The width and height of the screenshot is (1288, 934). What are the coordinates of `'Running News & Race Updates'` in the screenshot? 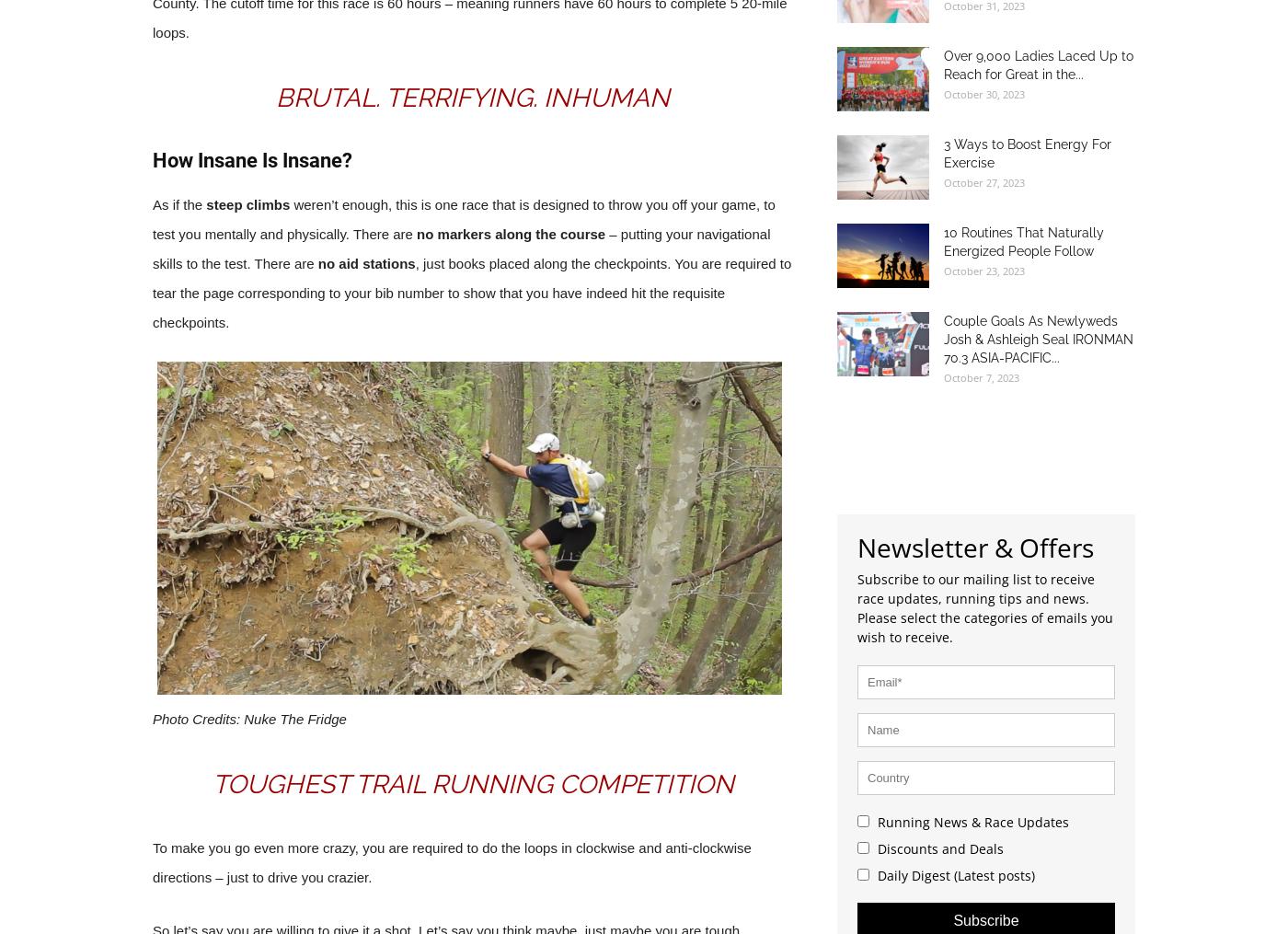 It's located at (874, 820).